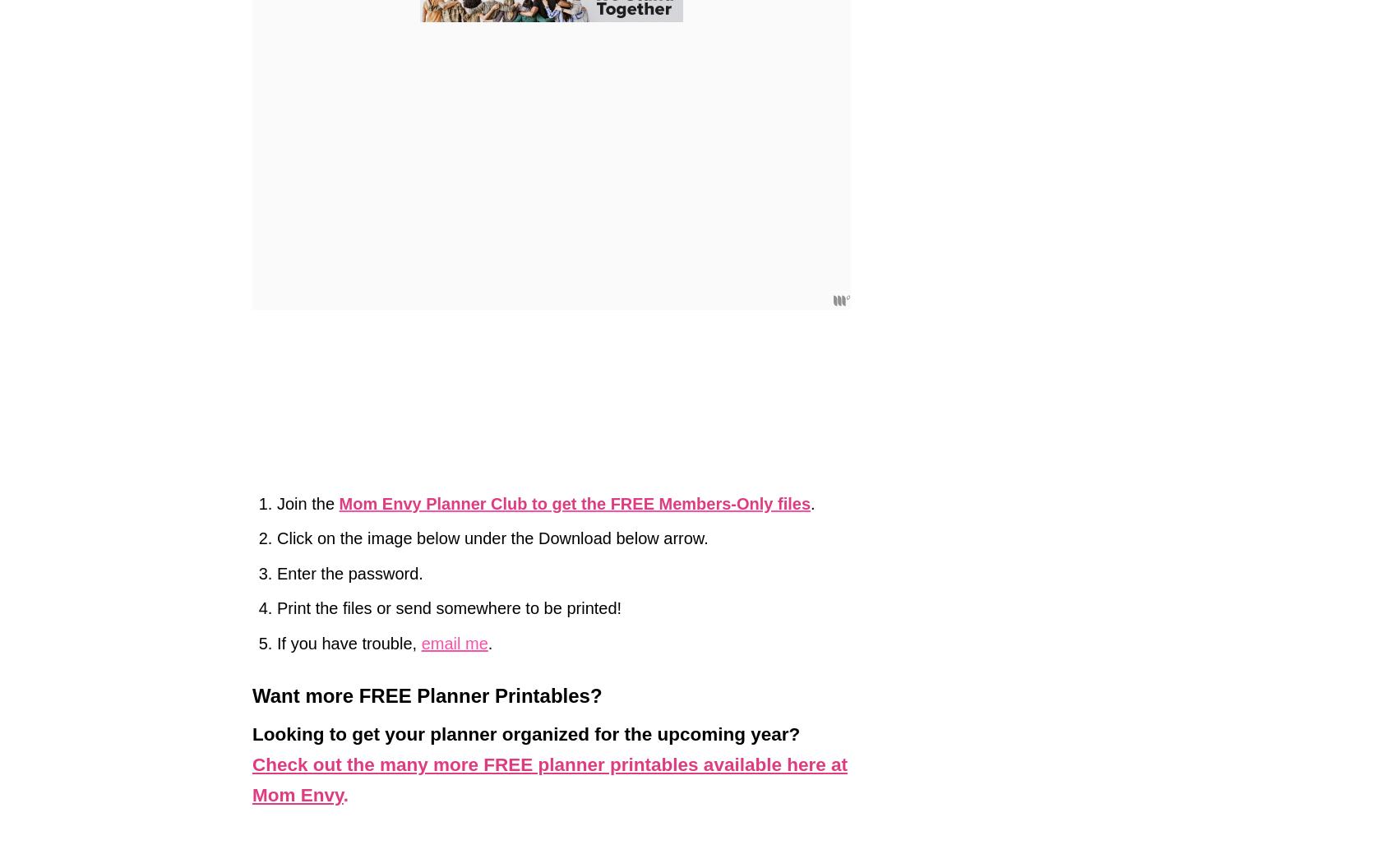 The image size is (1391, 868). I want to click on 'email me', so click(420, 641).